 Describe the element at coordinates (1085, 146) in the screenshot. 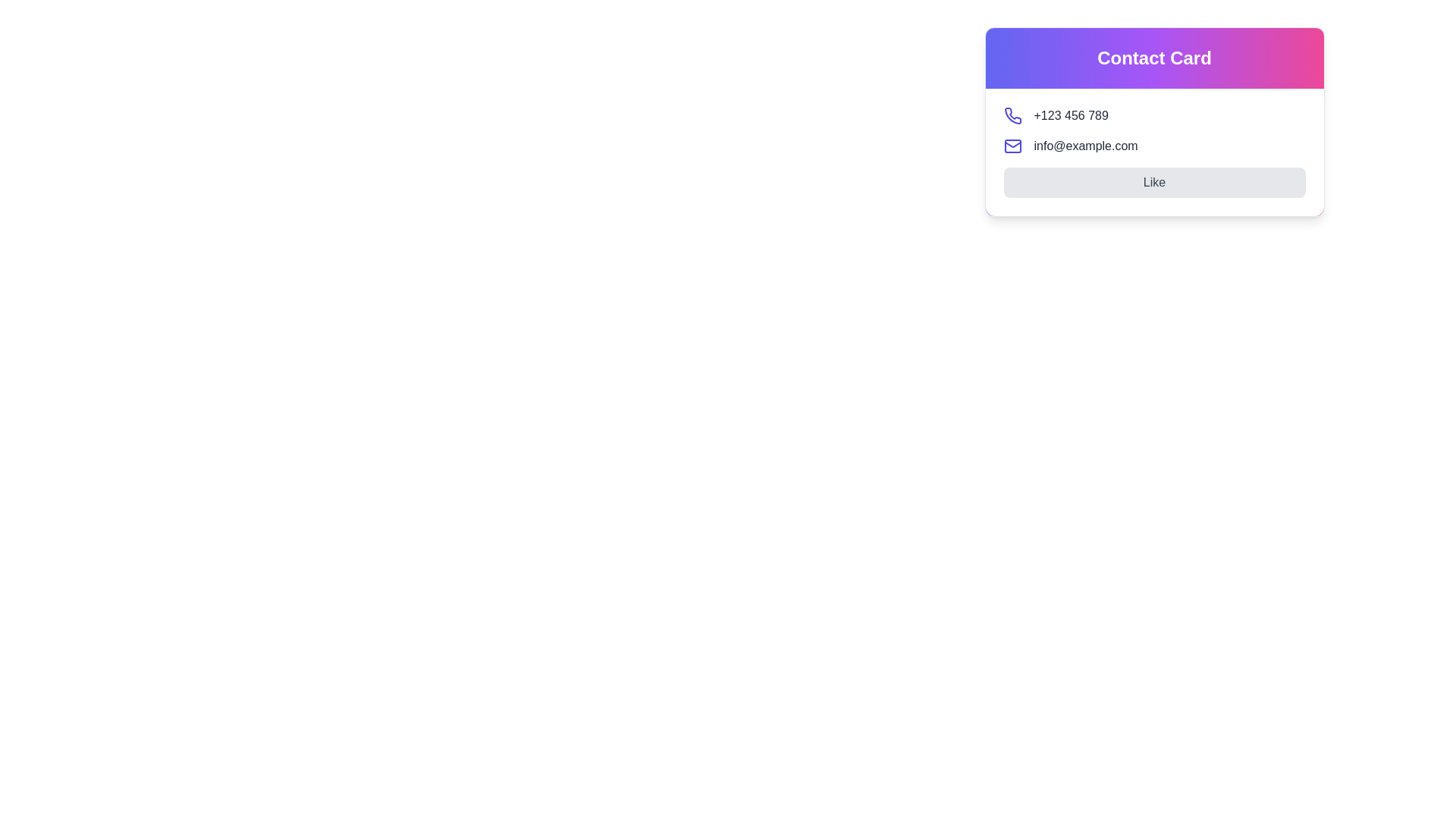

I see `the text label displaying the email address 'info@example.com'` at that location.